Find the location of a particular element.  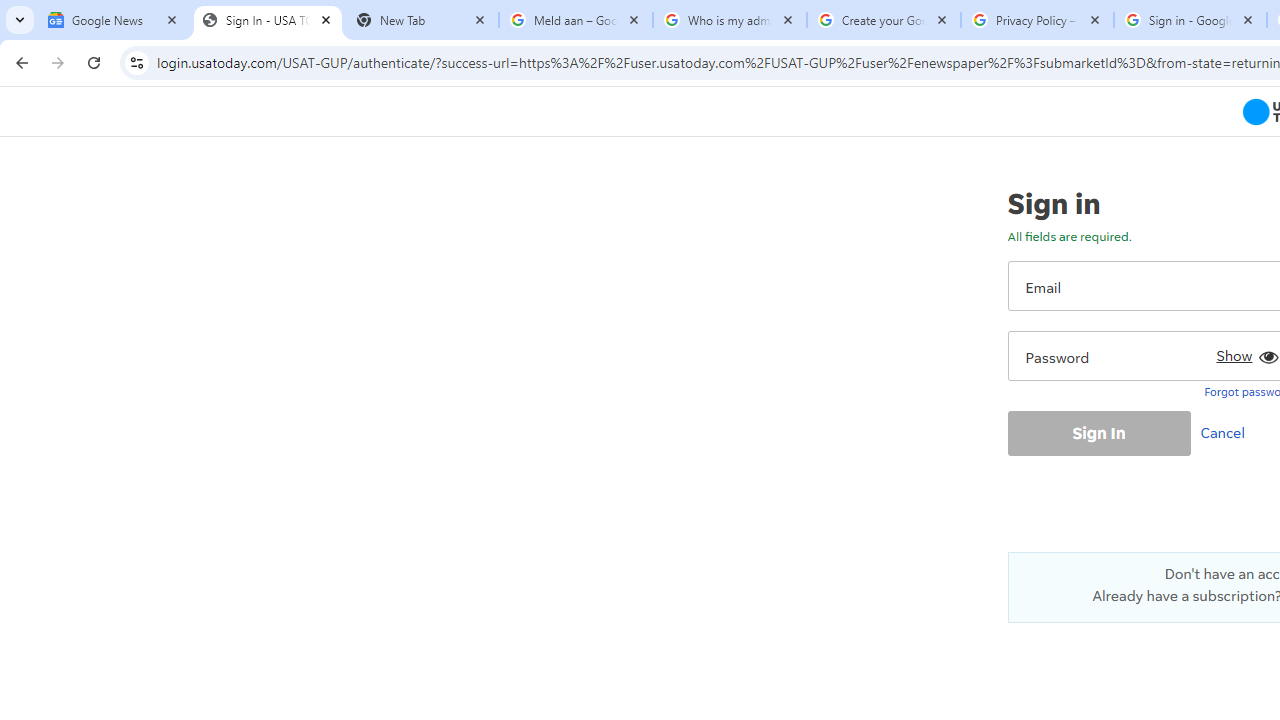

'Create your Google Account' is located at coordinates (882, 20).